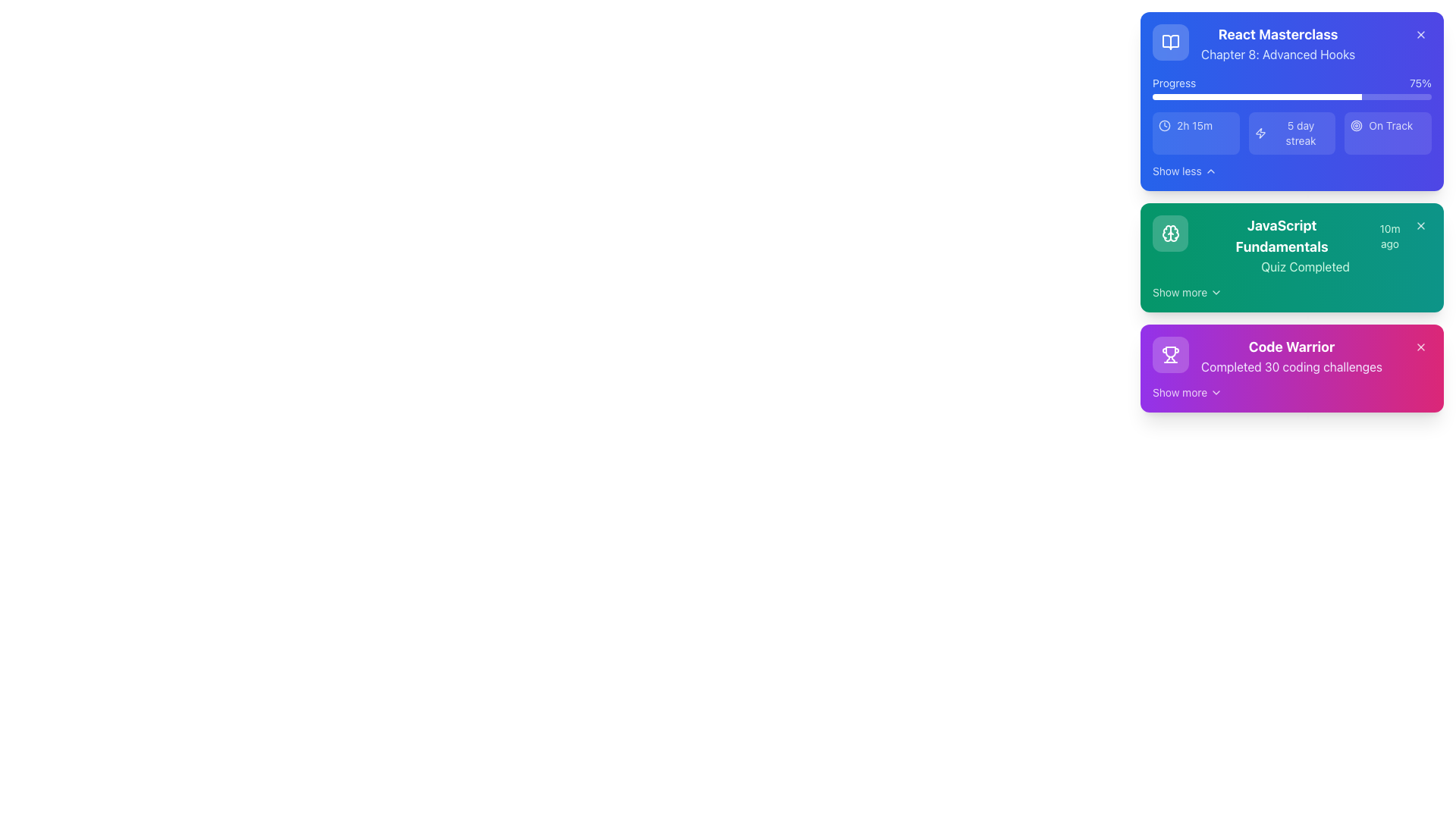 The height and width of the screenshot is (819, 1456). Describe the element at coordinates (1238, 96) in the screenshot. I see `the progress` at that location.